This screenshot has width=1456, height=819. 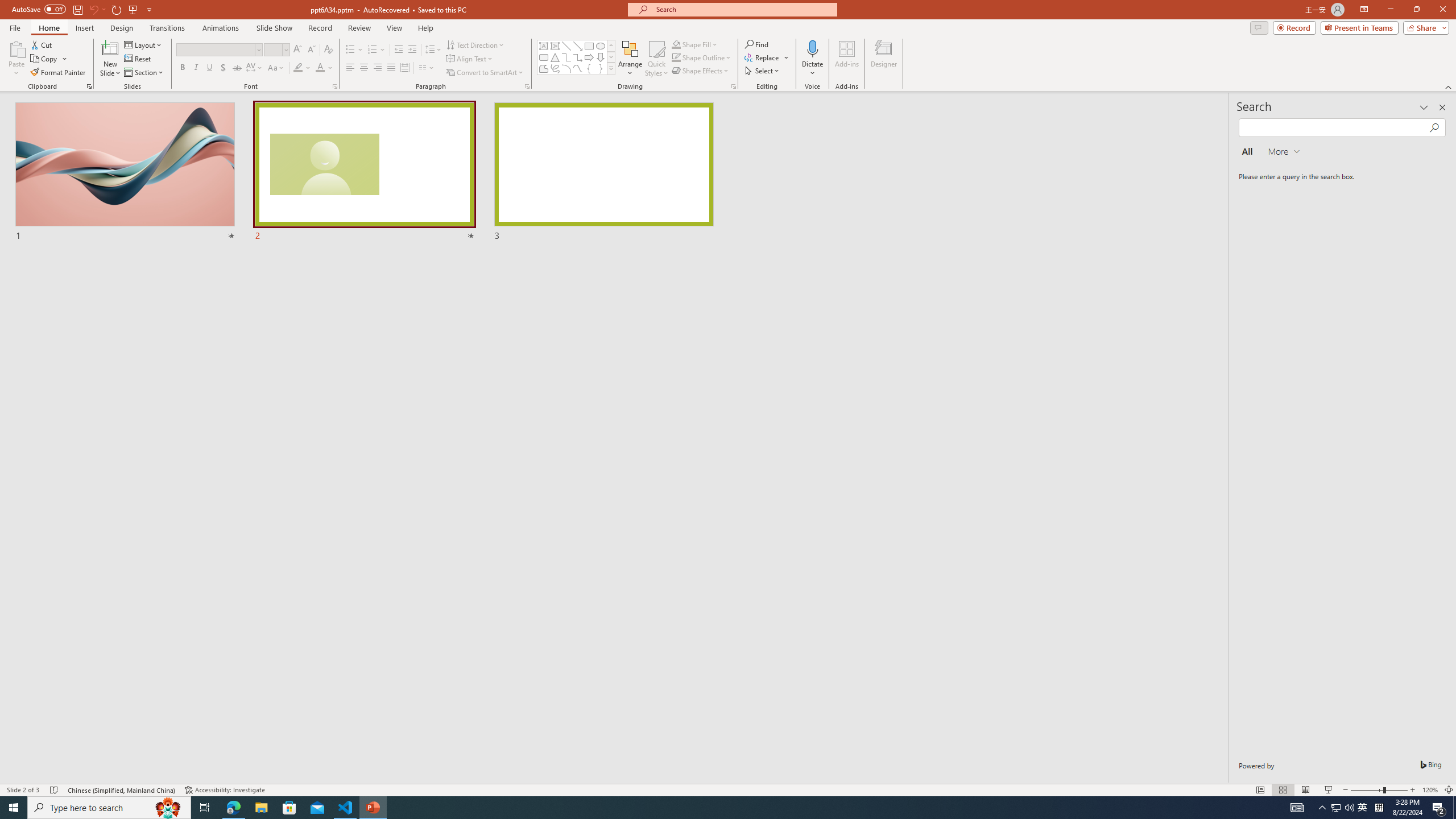 What do you see at coordinates (1430, 790) in the screenshot?
I see `'Zoom 120%'` at bounding box center [1430, 790].